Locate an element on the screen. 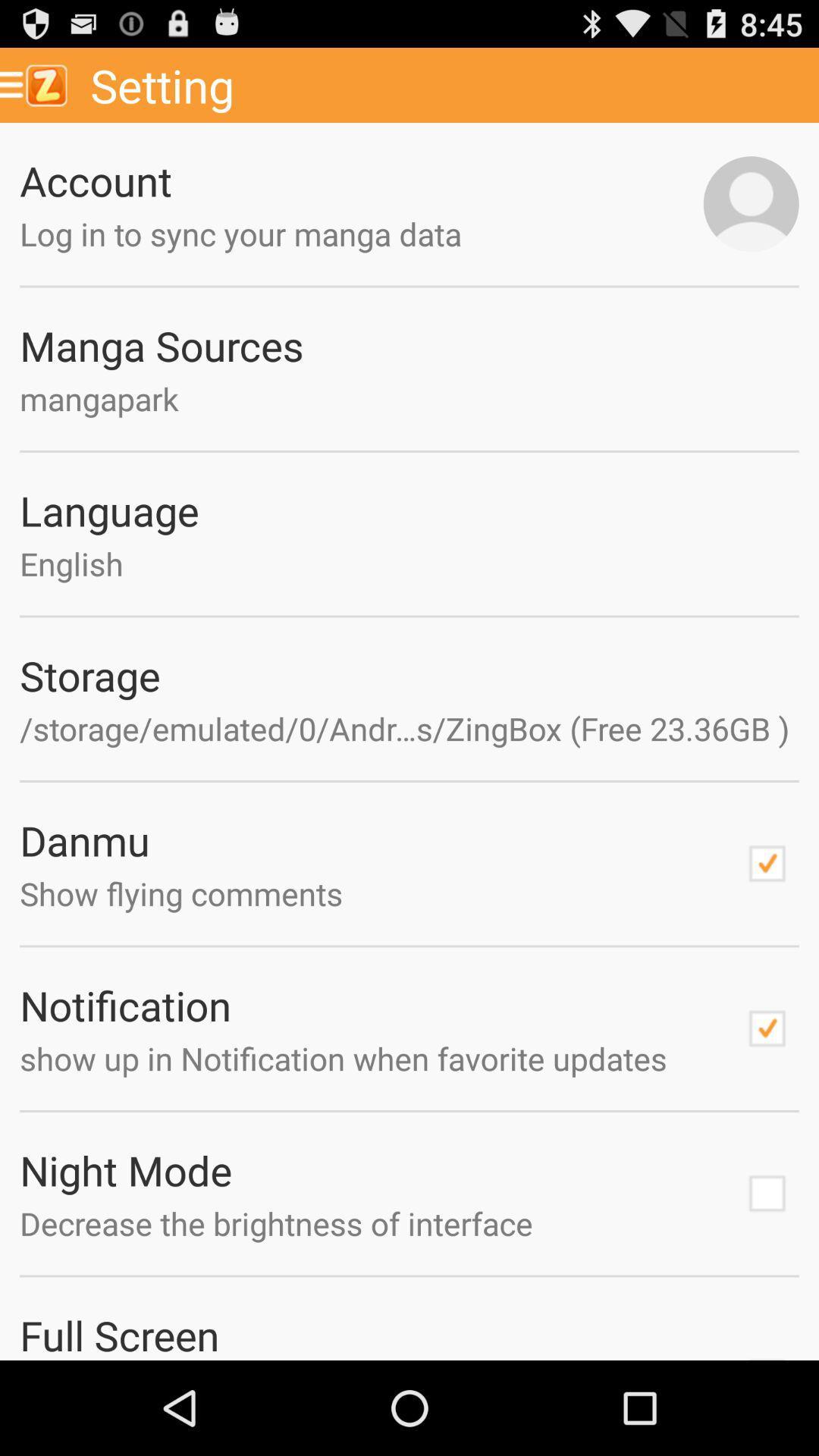 The image size is (819, 1456). storageemulated0andrszingbox  free 2336gb is located at coordinates (409, 728).